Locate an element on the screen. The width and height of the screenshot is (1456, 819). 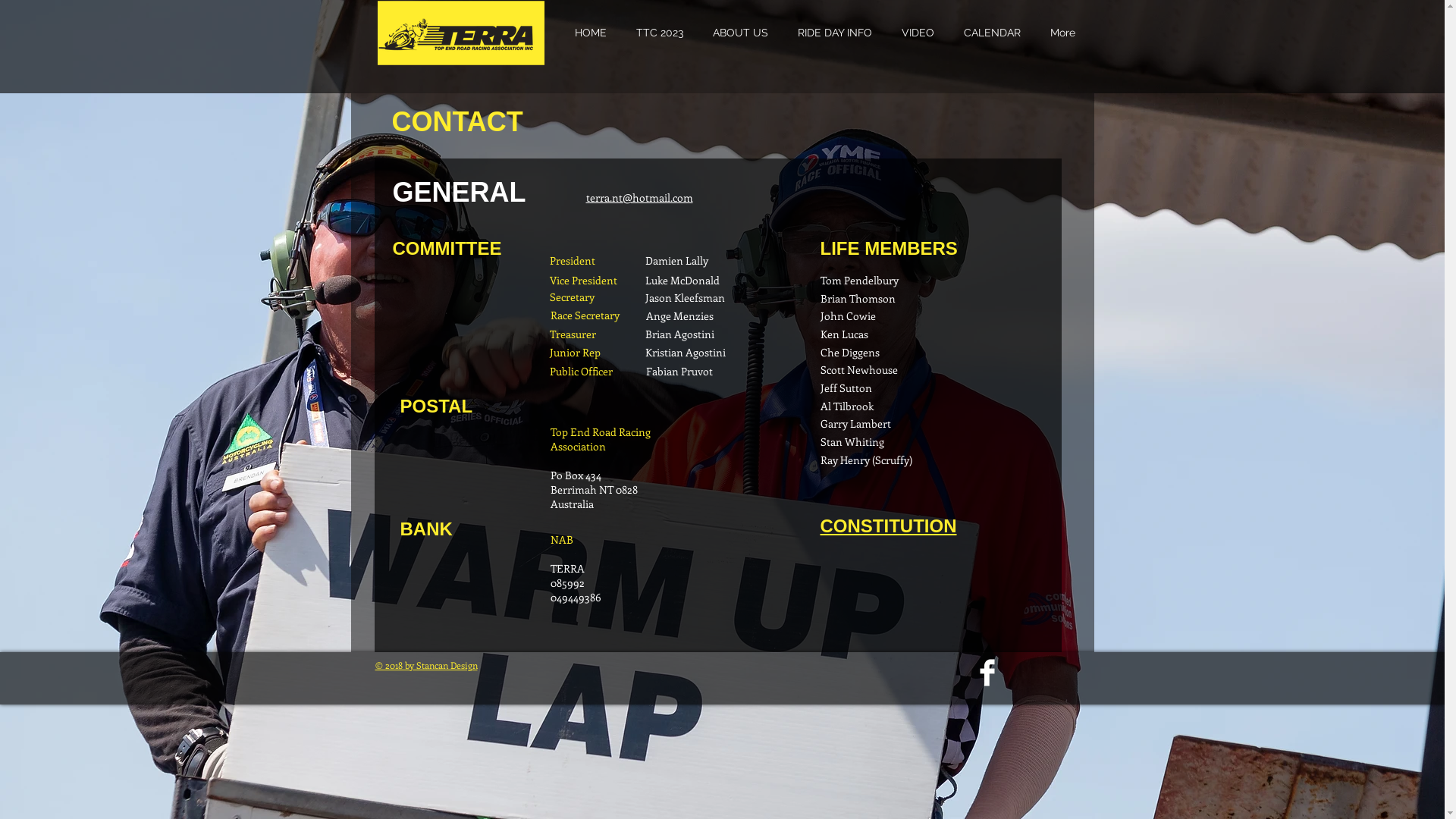
'CONSTITUTION' is located at coordinates (888, 525).